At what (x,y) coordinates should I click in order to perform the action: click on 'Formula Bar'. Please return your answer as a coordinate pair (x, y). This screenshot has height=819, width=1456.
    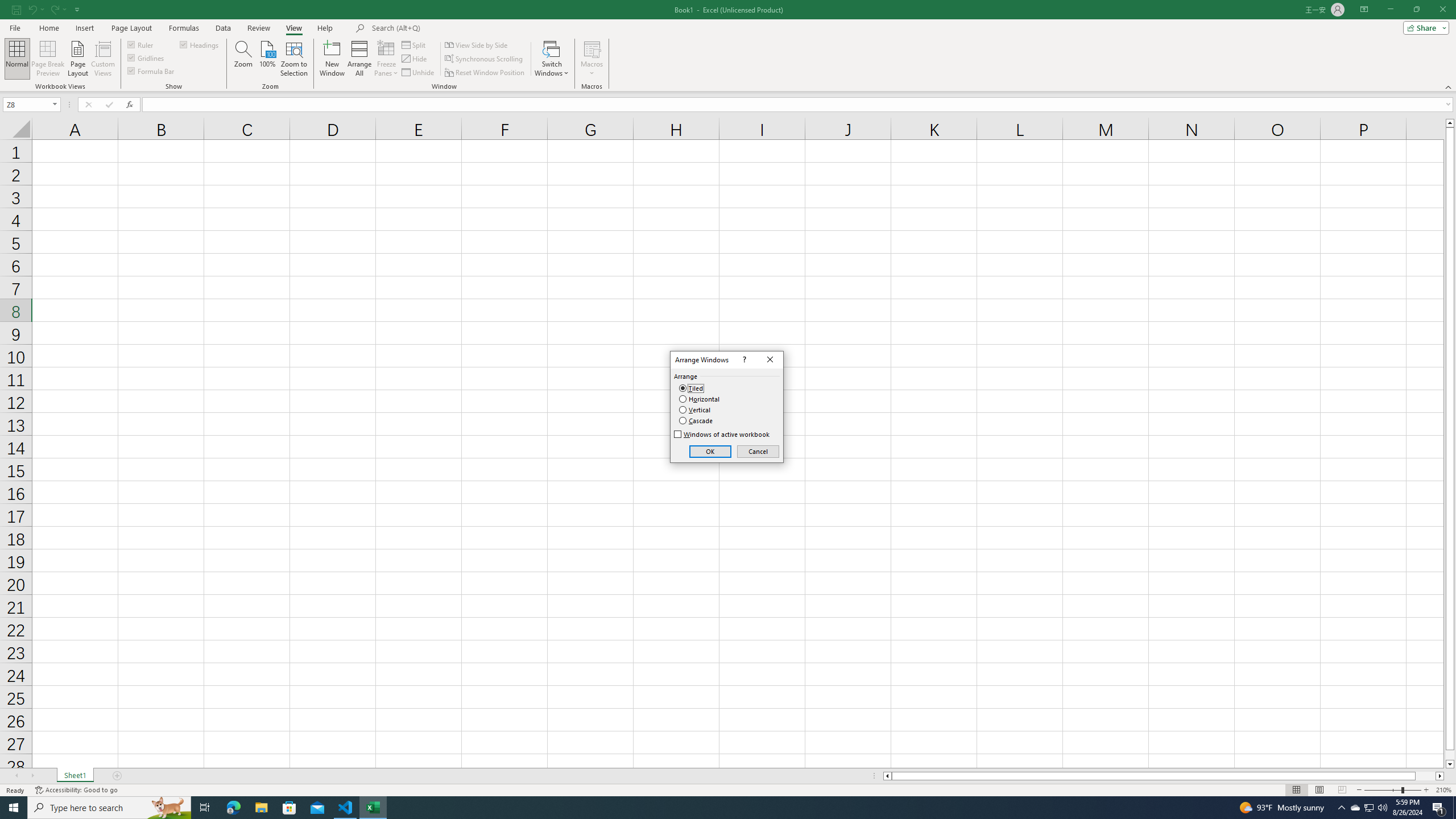
    Looking at the image, I should click on (151, 69).